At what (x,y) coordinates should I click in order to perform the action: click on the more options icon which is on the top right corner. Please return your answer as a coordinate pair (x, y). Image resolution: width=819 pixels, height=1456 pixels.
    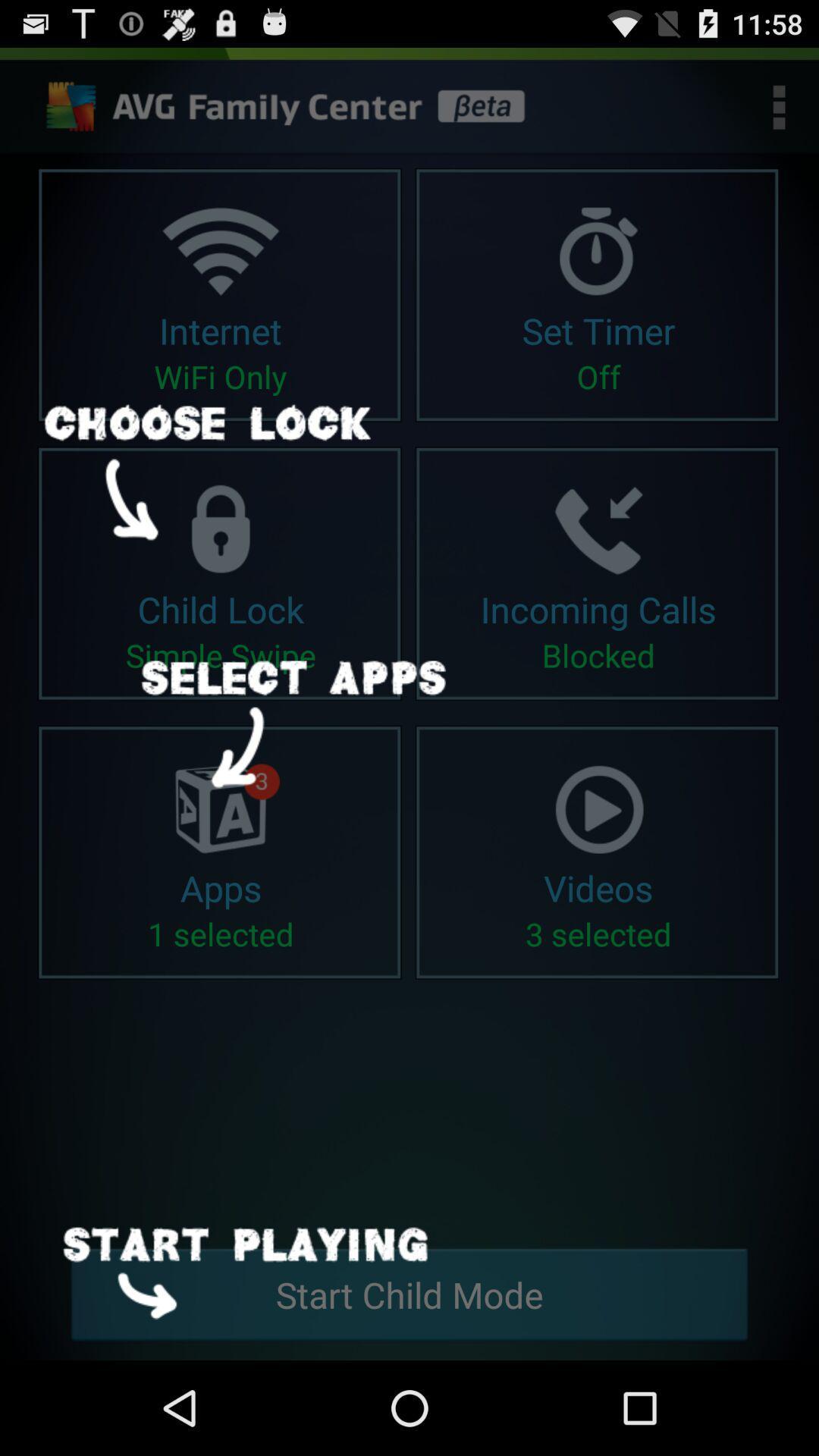
    Looking at the image, I should click on (779, 107).